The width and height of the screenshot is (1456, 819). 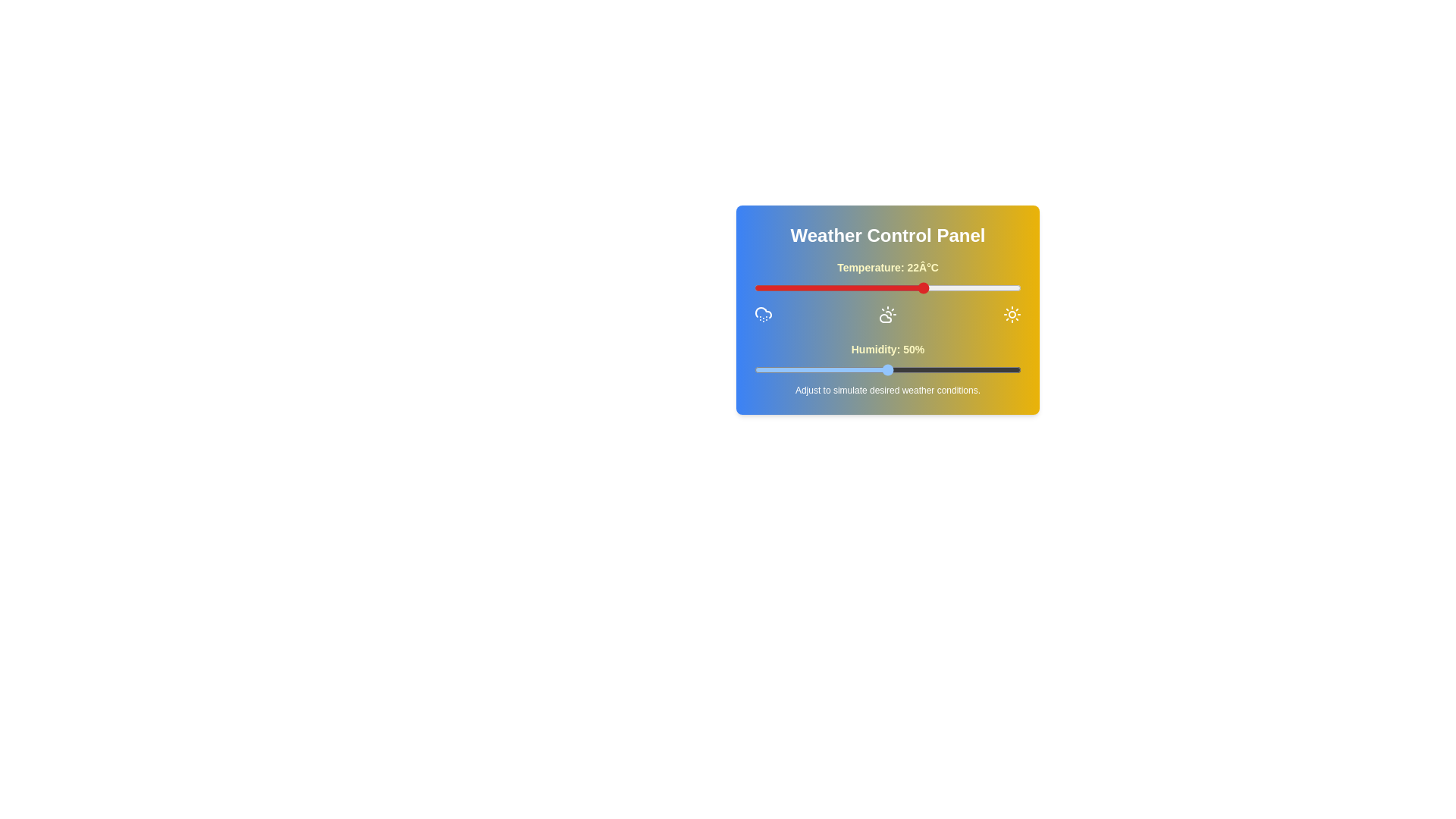 What do you see at coordinates (864, 370) in the screenshot?
I see `the humidity` at bounding box center [864, 370].